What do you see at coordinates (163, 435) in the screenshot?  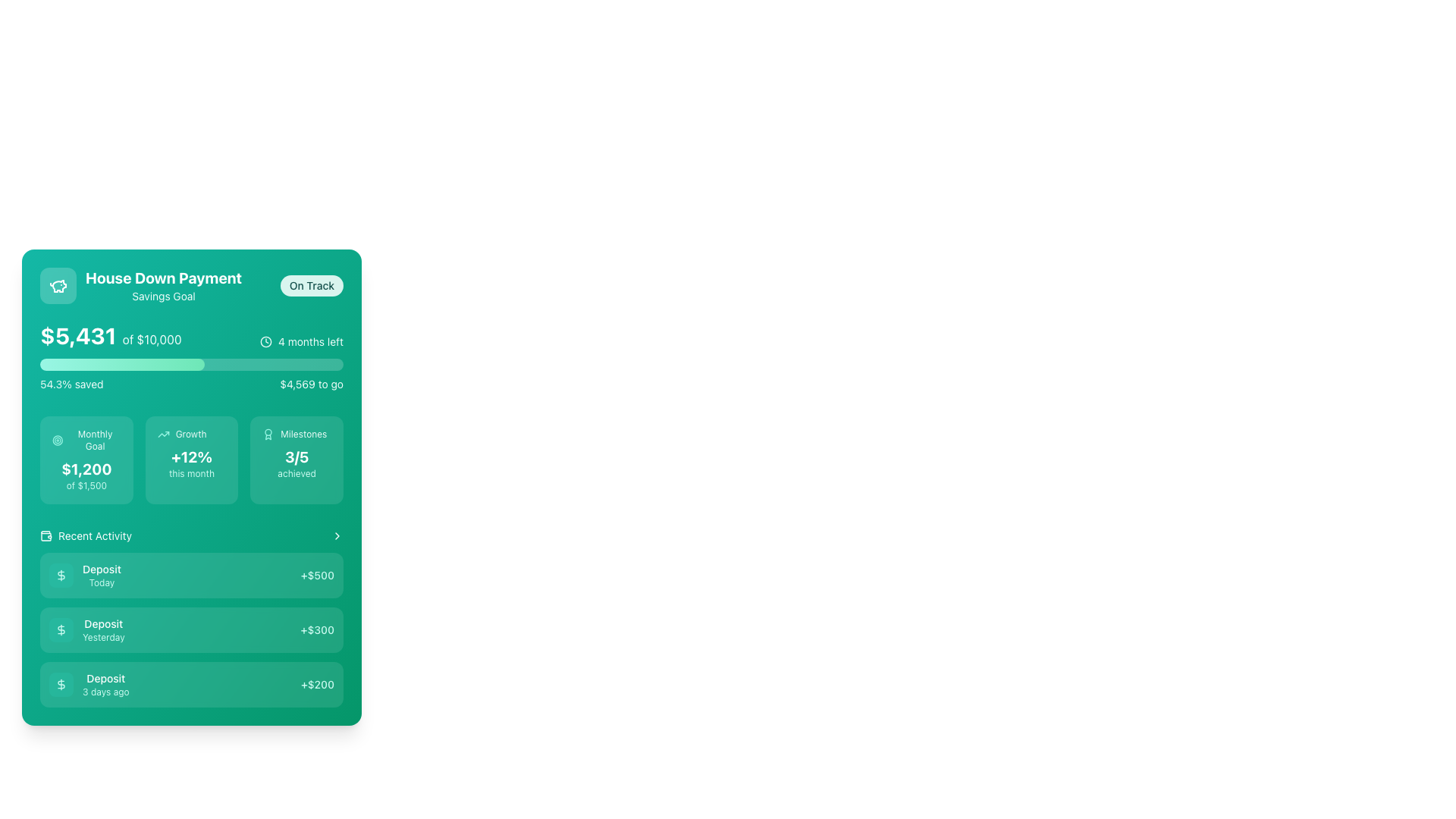 I see `the Growth icon, which symbolizes the positive trend of the Growth metric, located in the leftmost position of the Growth block` at bounding box center [163, 435].